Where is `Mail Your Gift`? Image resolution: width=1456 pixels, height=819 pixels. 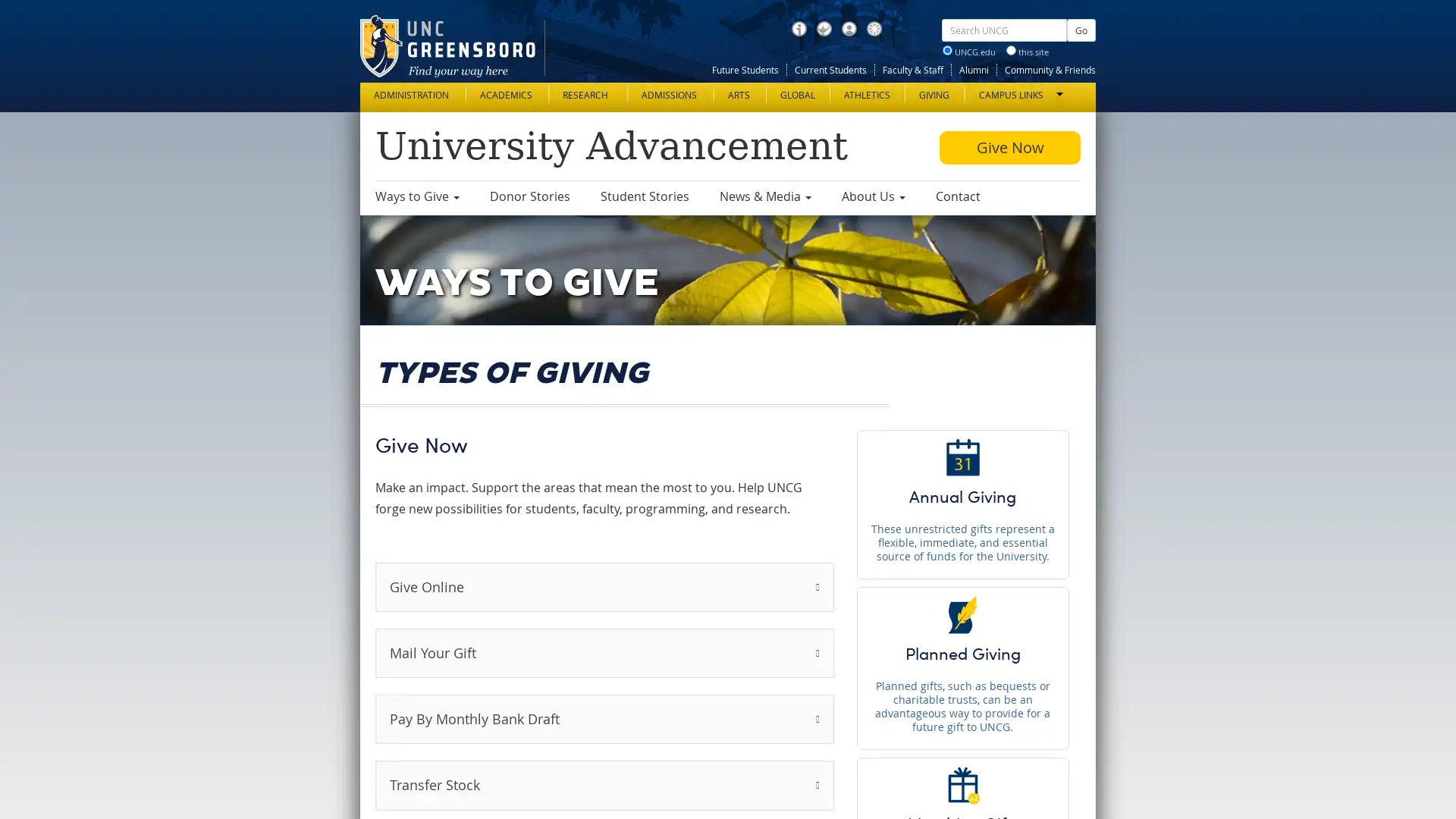
Mail Your Gift is located at coordinates (603, 652).